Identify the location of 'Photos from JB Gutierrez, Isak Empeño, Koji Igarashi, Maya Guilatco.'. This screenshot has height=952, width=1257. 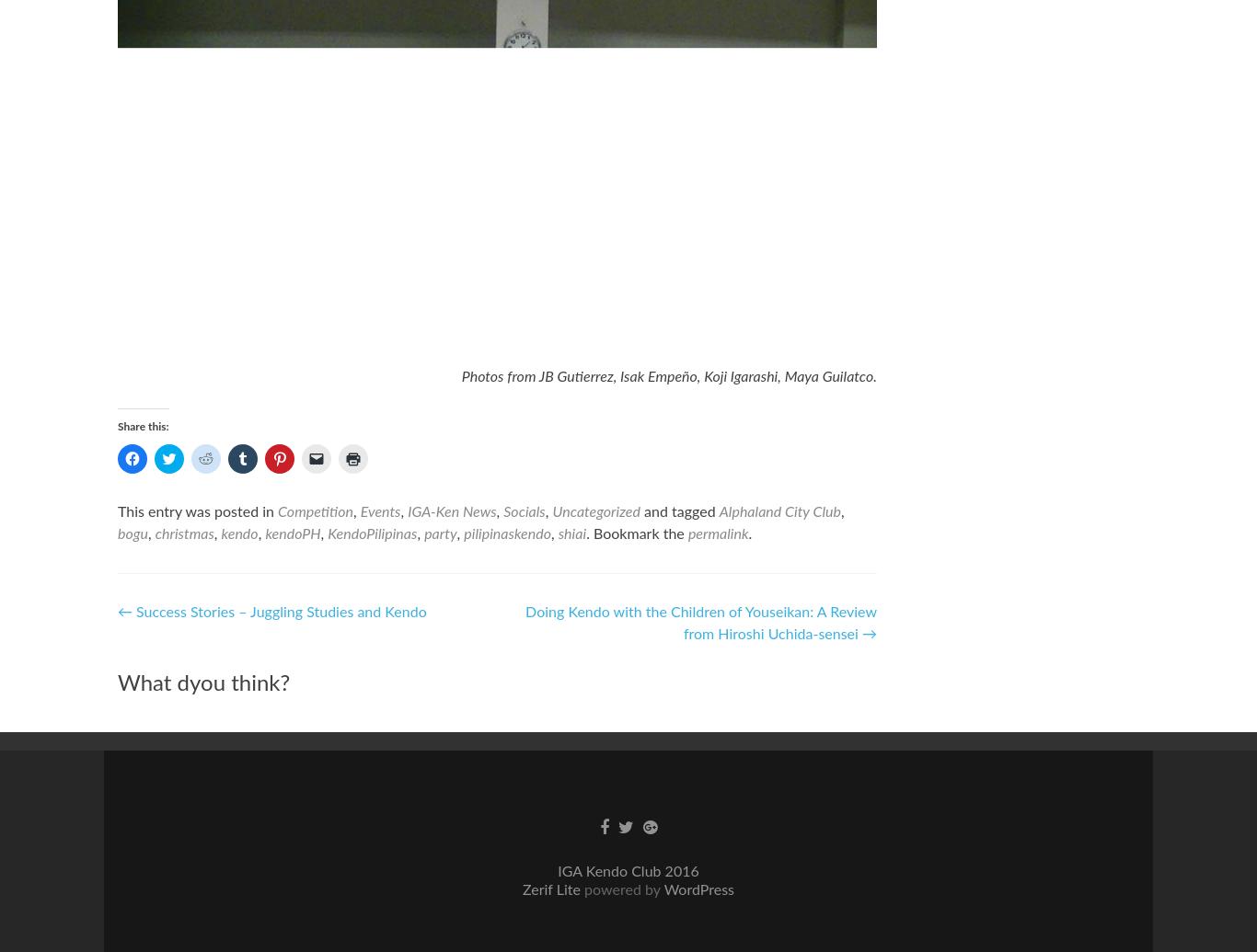
(461, 376).